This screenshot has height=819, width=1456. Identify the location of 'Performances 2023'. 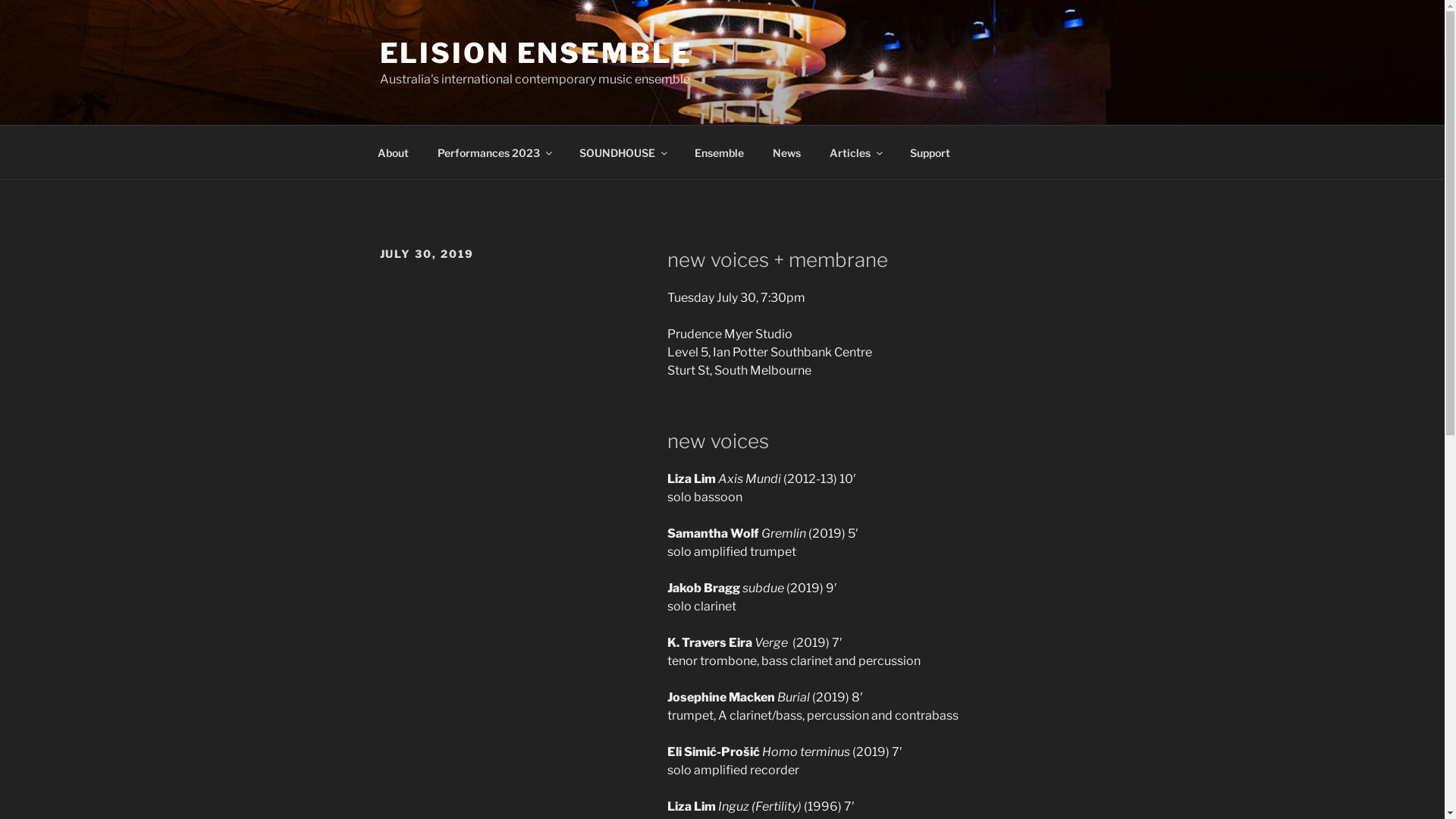
(494, 152).